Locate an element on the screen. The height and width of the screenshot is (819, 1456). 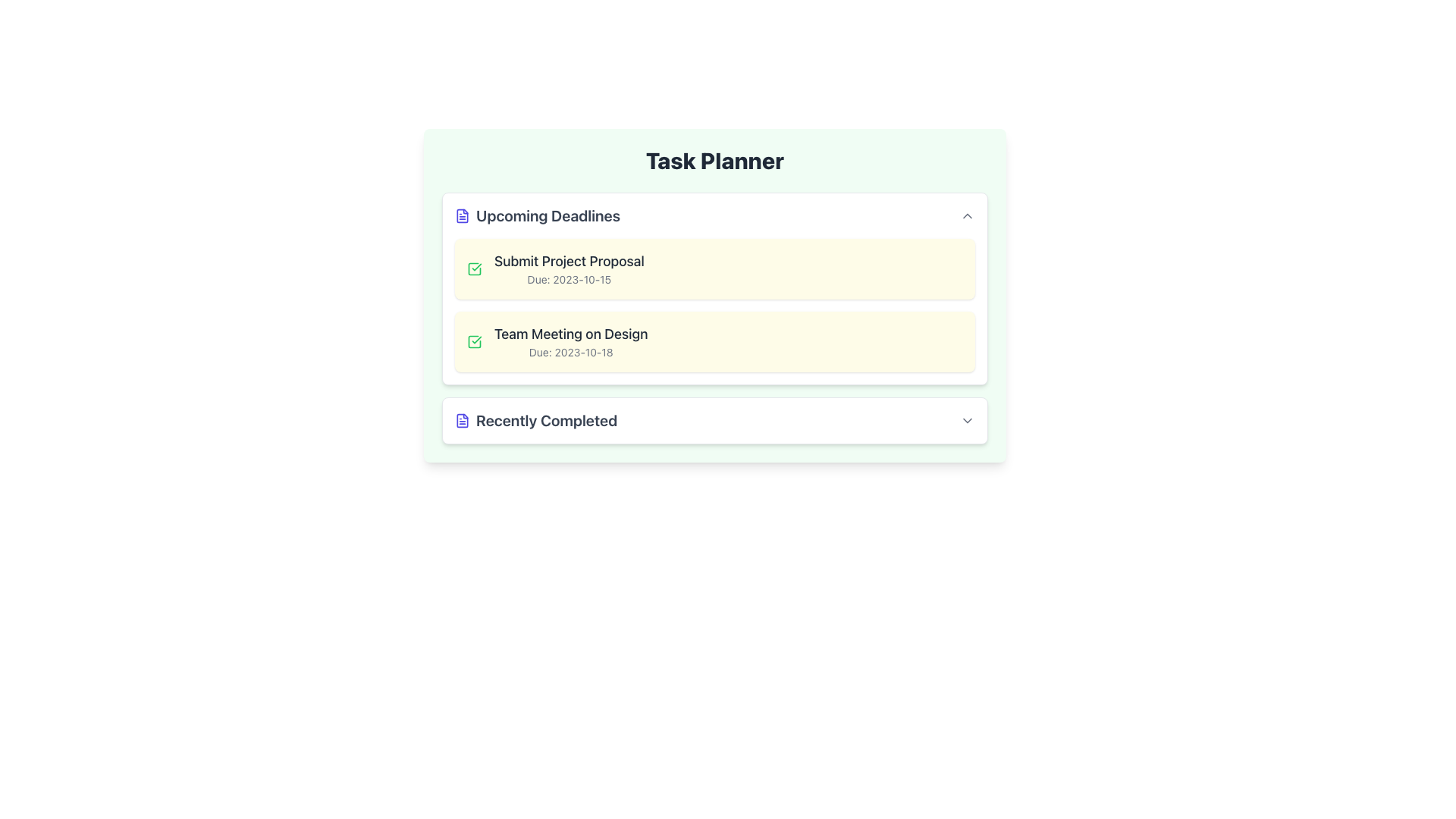
the document icon with a purple outline located to the left of the 'Recently Completed' text label is located at coordinates (461, 421).